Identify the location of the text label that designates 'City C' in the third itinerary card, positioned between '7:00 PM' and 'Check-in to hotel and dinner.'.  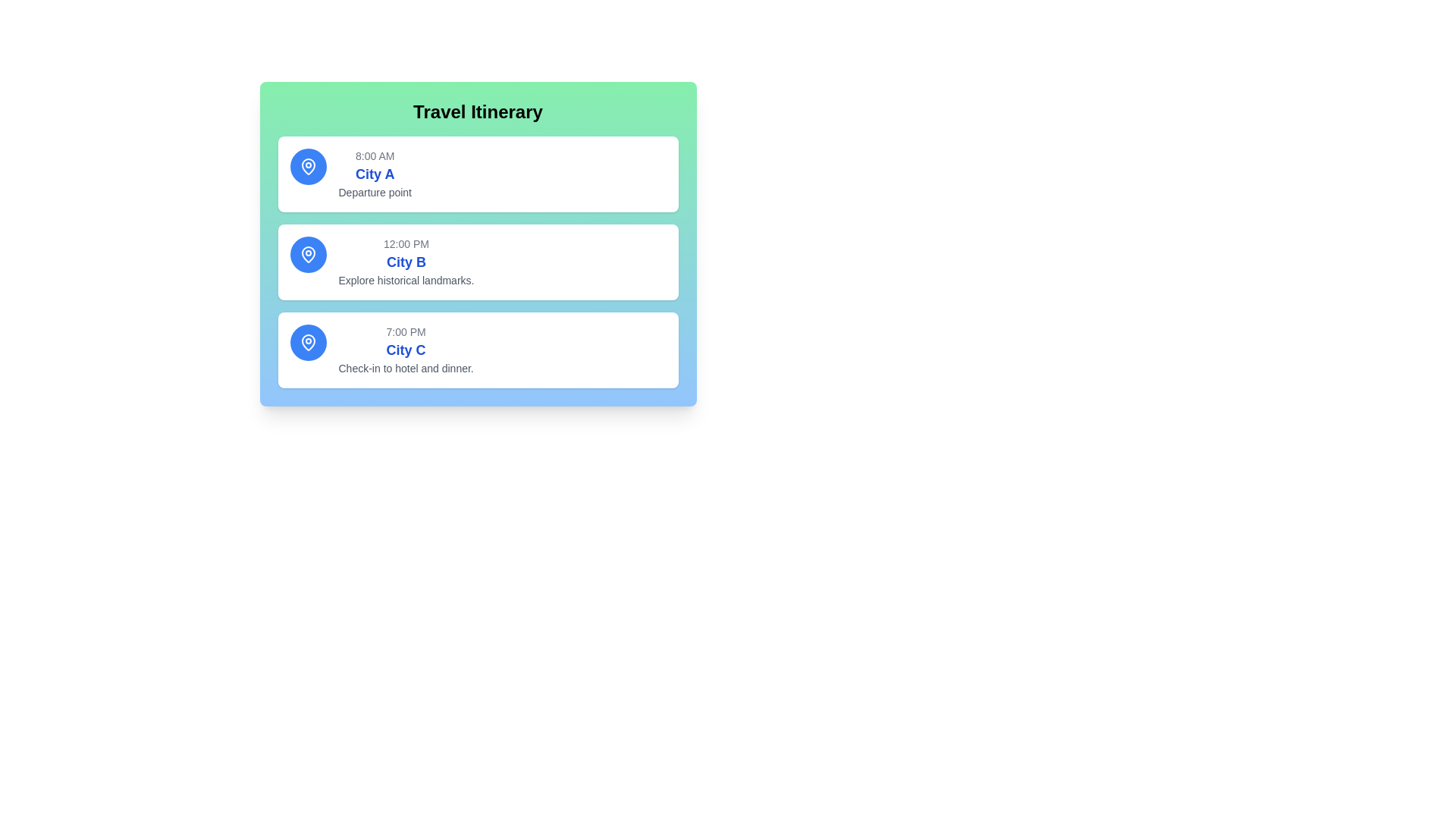
(406, 350).